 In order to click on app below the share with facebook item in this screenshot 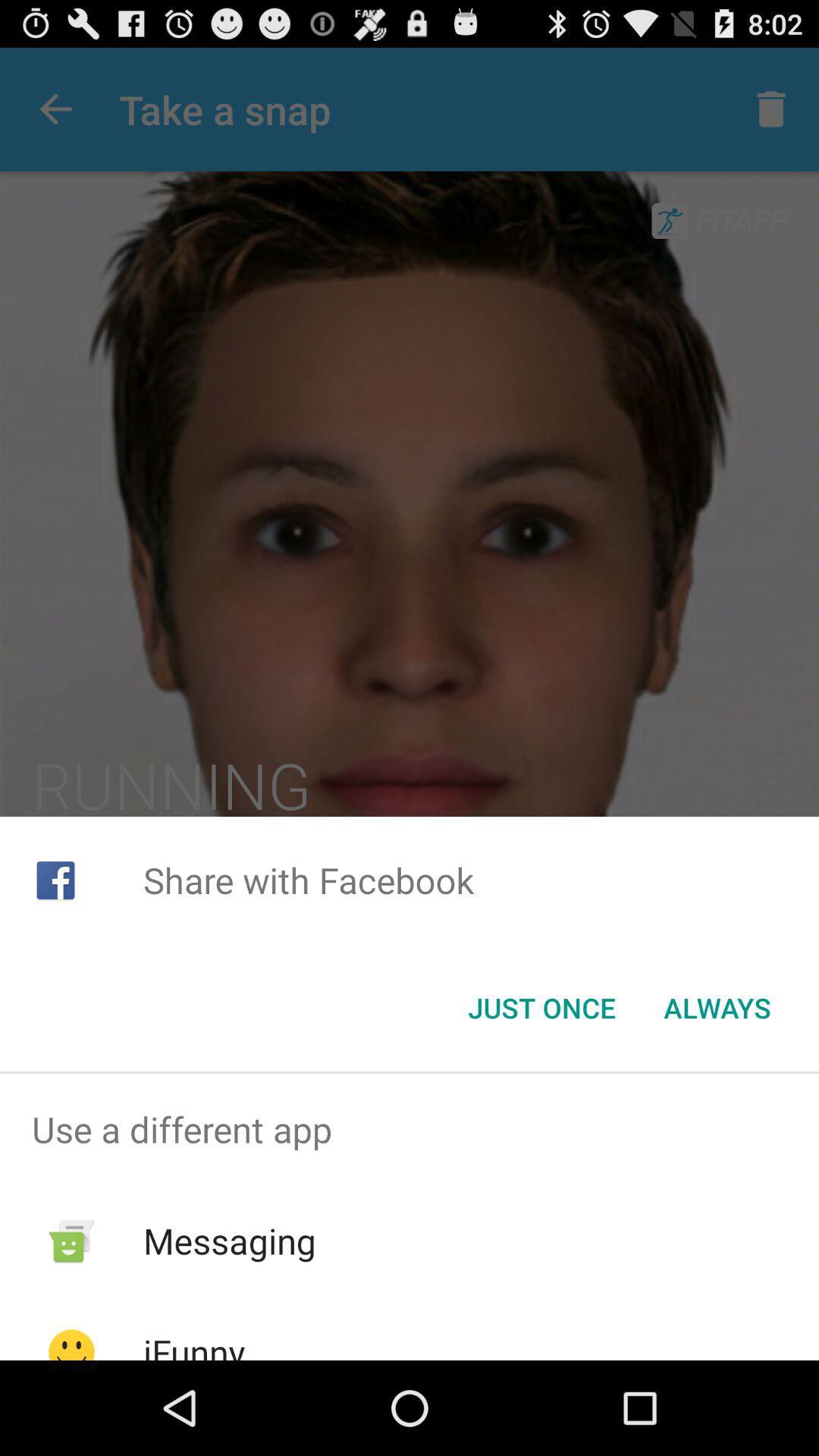, I will do `click(541, 1008)`.